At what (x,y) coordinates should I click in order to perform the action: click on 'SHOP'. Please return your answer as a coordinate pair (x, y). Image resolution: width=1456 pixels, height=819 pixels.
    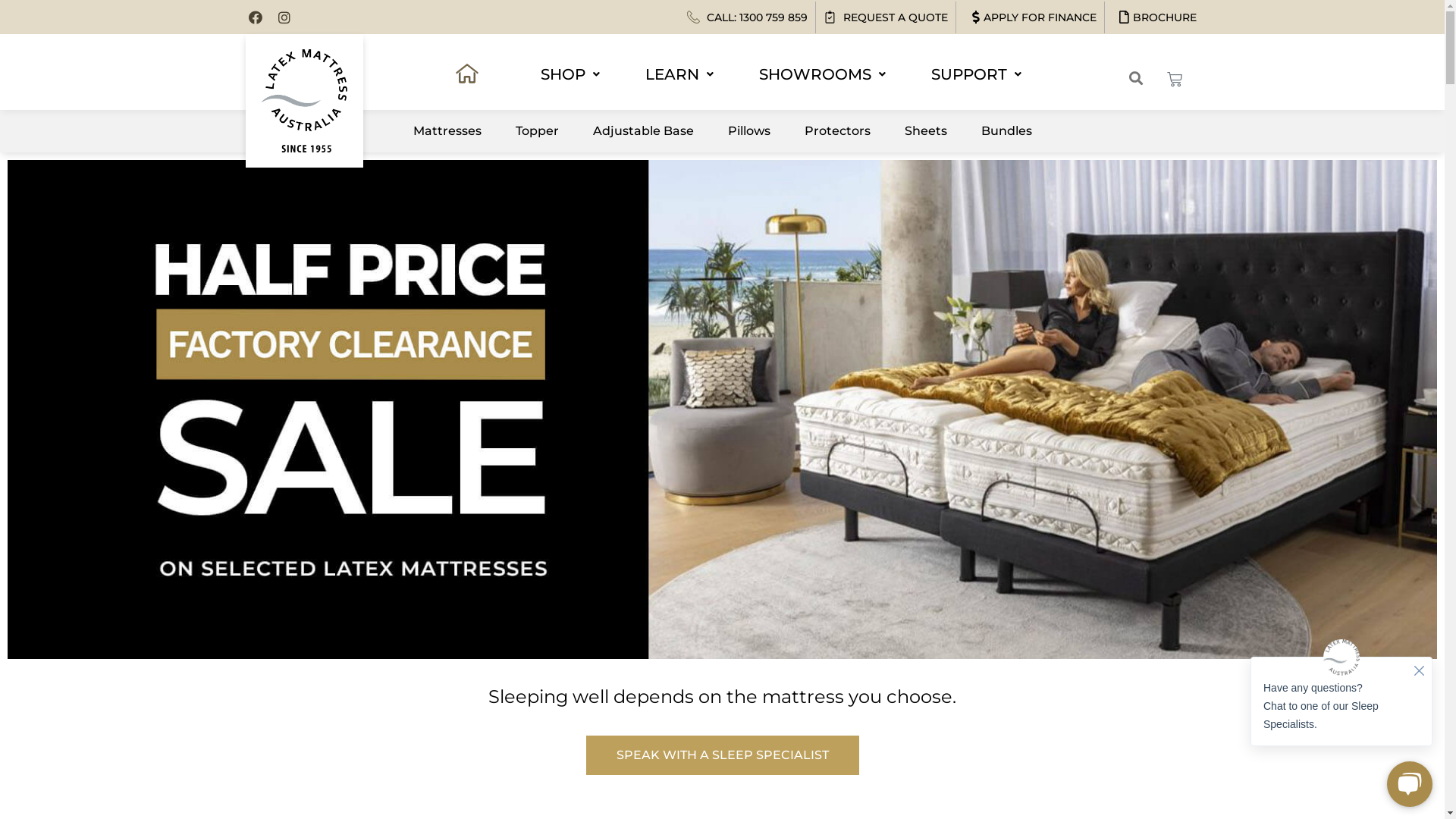
    Looking at the image, I should click on (570, 74).